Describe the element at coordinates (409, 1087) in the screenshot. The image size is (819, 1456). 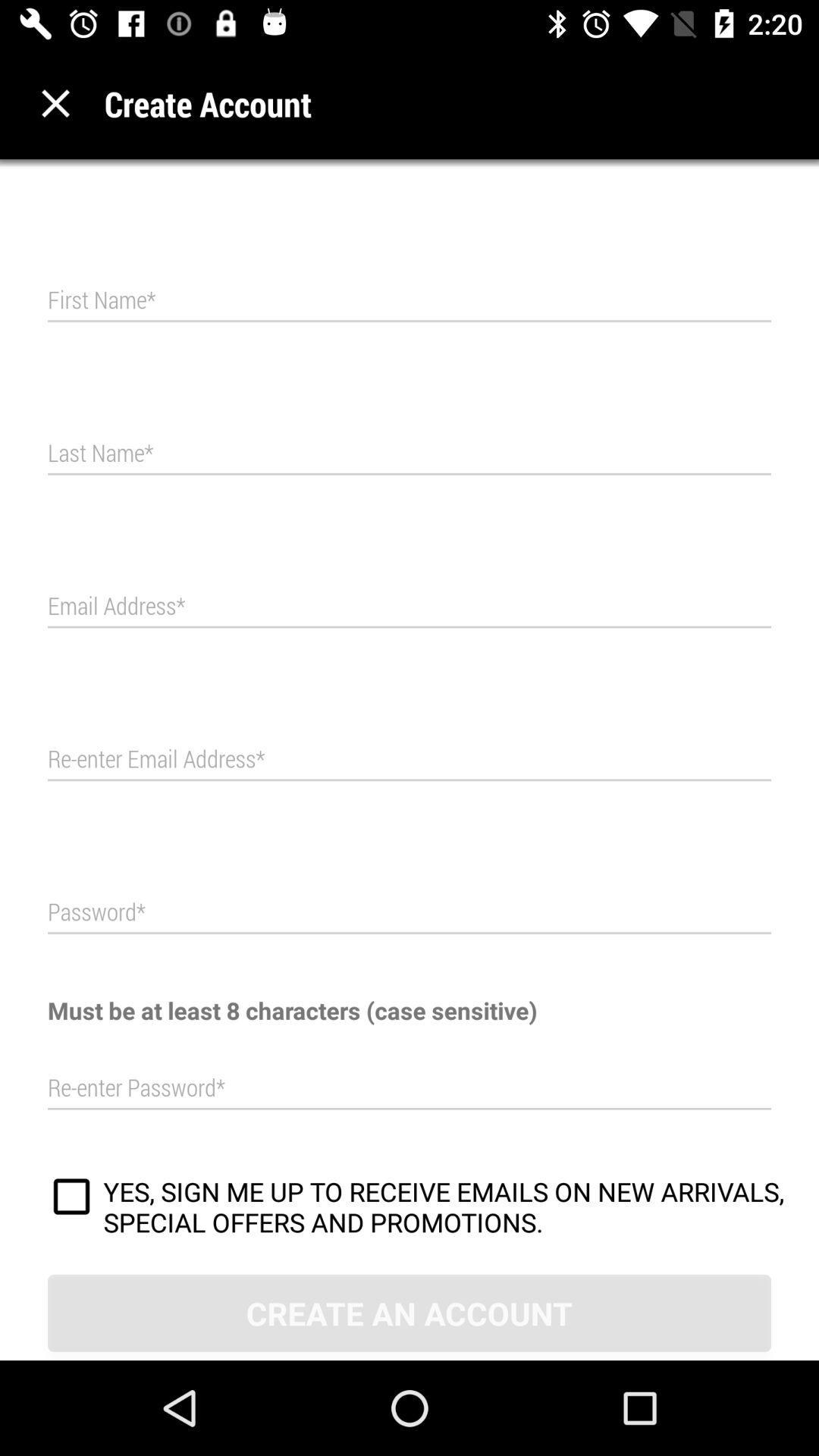
I see `icon below the must be at item` at that location.